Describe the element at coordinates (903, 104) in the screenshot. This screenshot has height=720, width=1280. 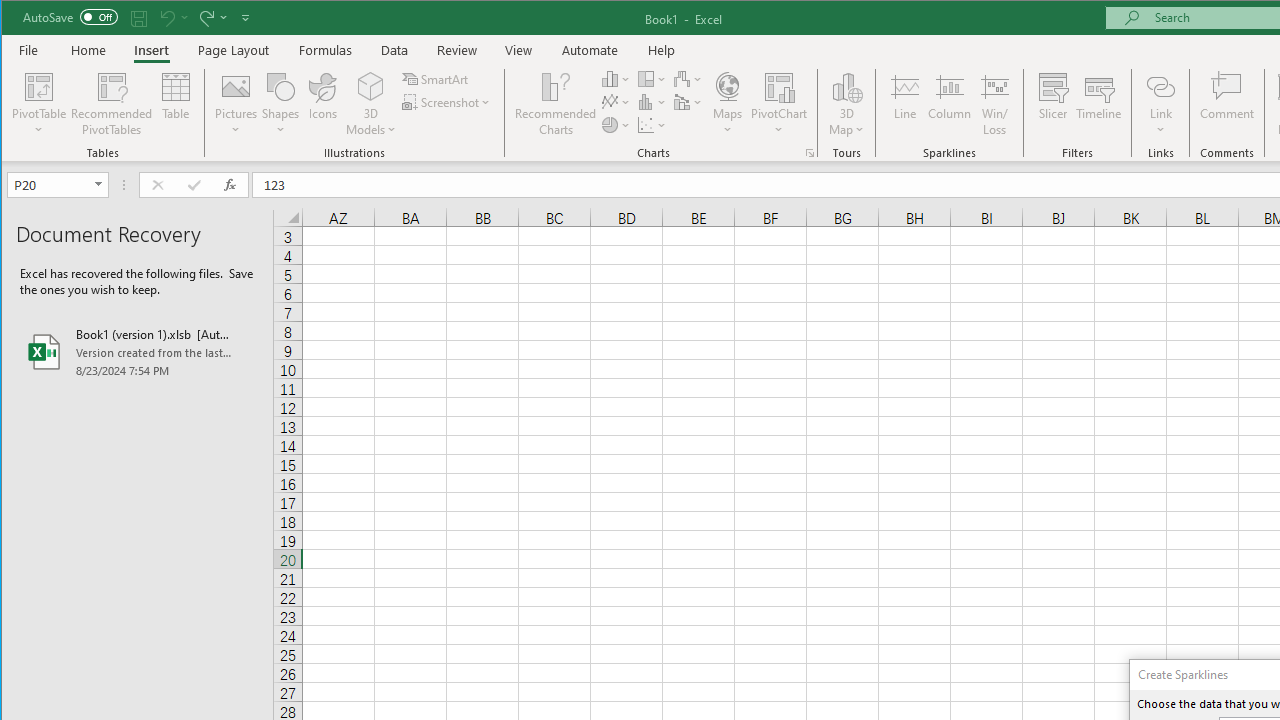
I see `'Line'` at that location.